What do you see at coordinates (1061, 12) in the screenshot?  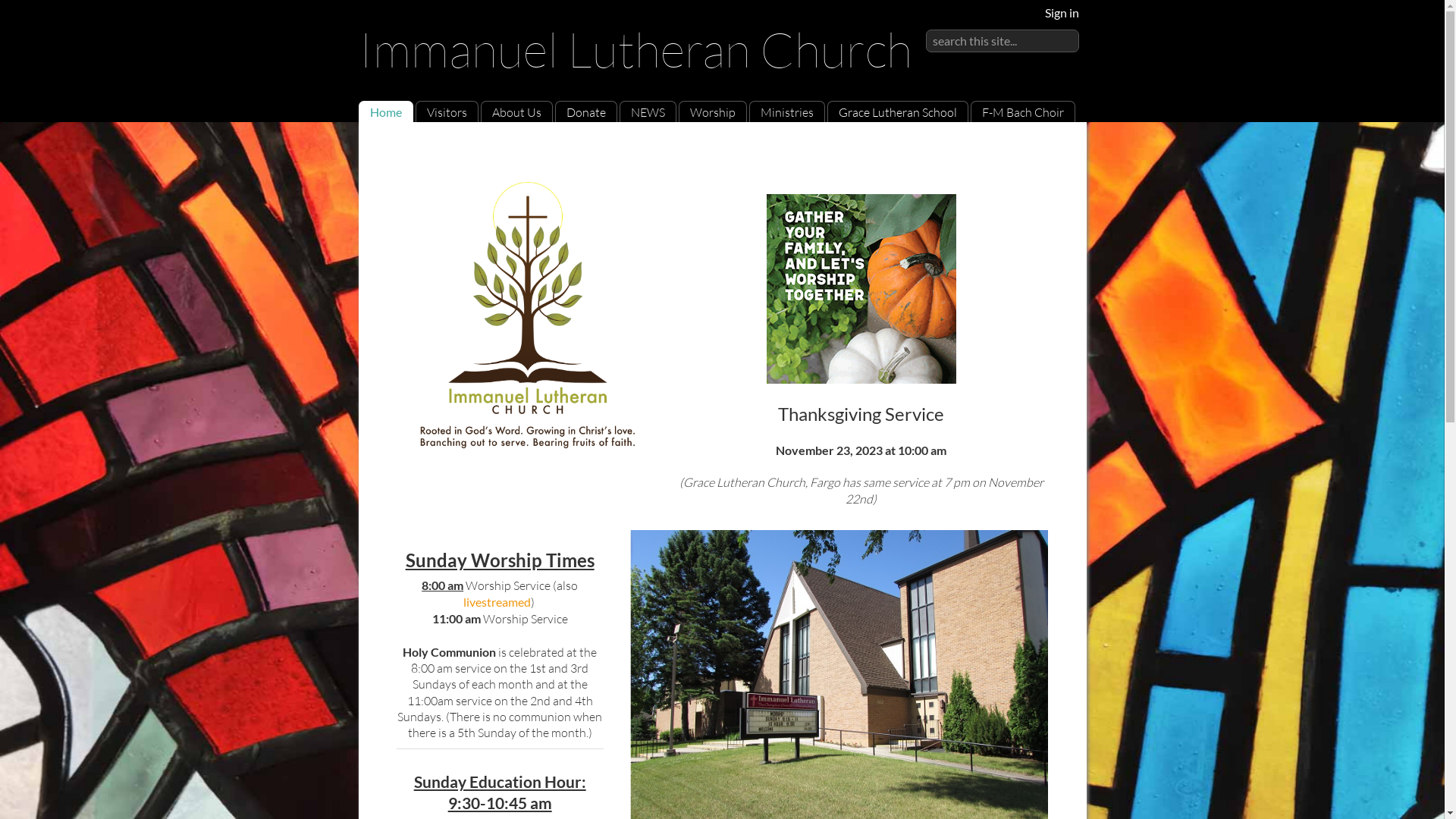 I see `'Sign in'` at bounding box center [1061, 12].